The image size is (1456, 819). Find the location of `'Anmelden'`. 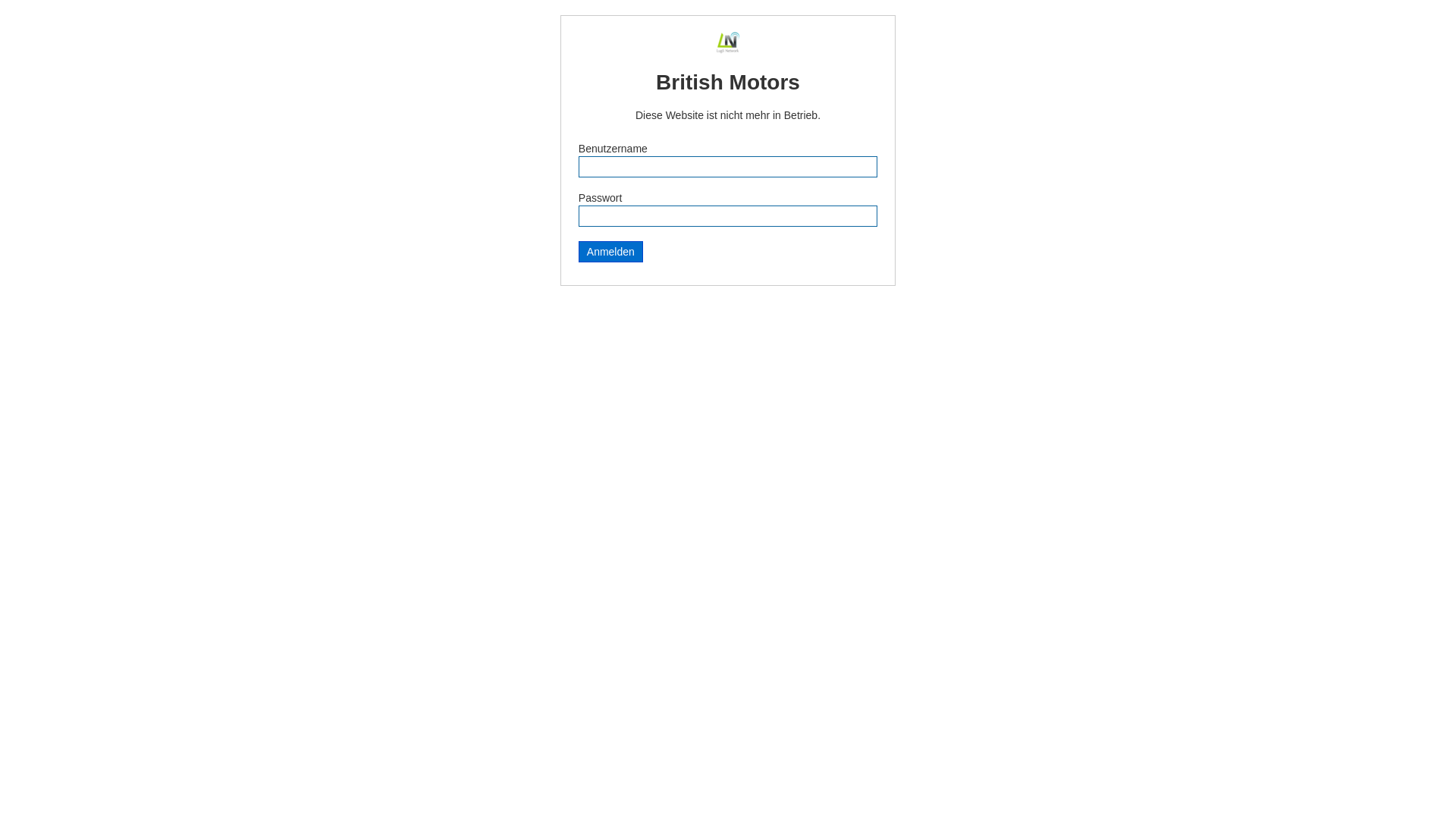

'Anmelden' is located at coordinates (610, 250).